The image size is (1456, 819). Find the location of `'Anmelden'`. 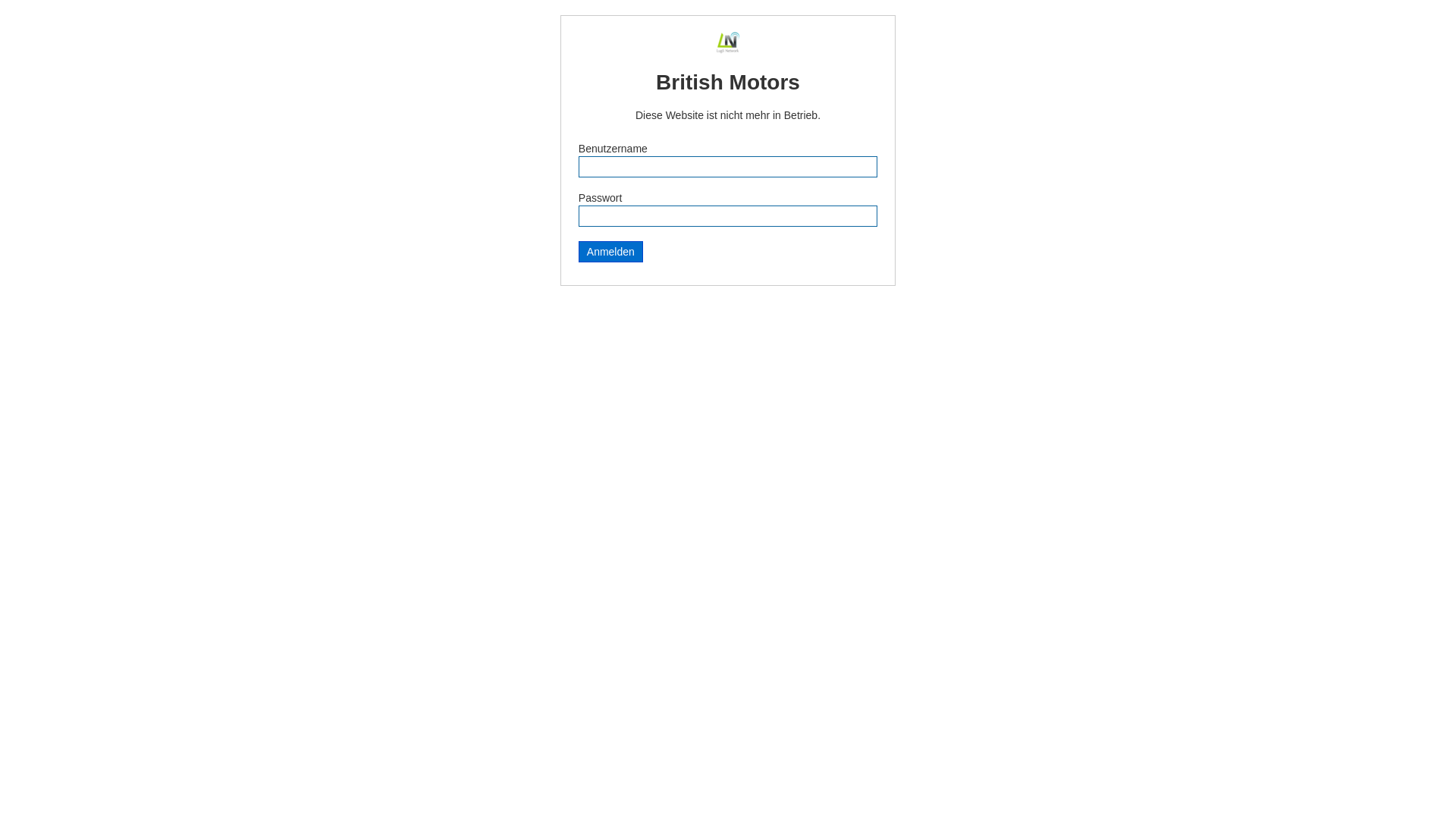

'Anmelden' is located at coordinates (610, 250).